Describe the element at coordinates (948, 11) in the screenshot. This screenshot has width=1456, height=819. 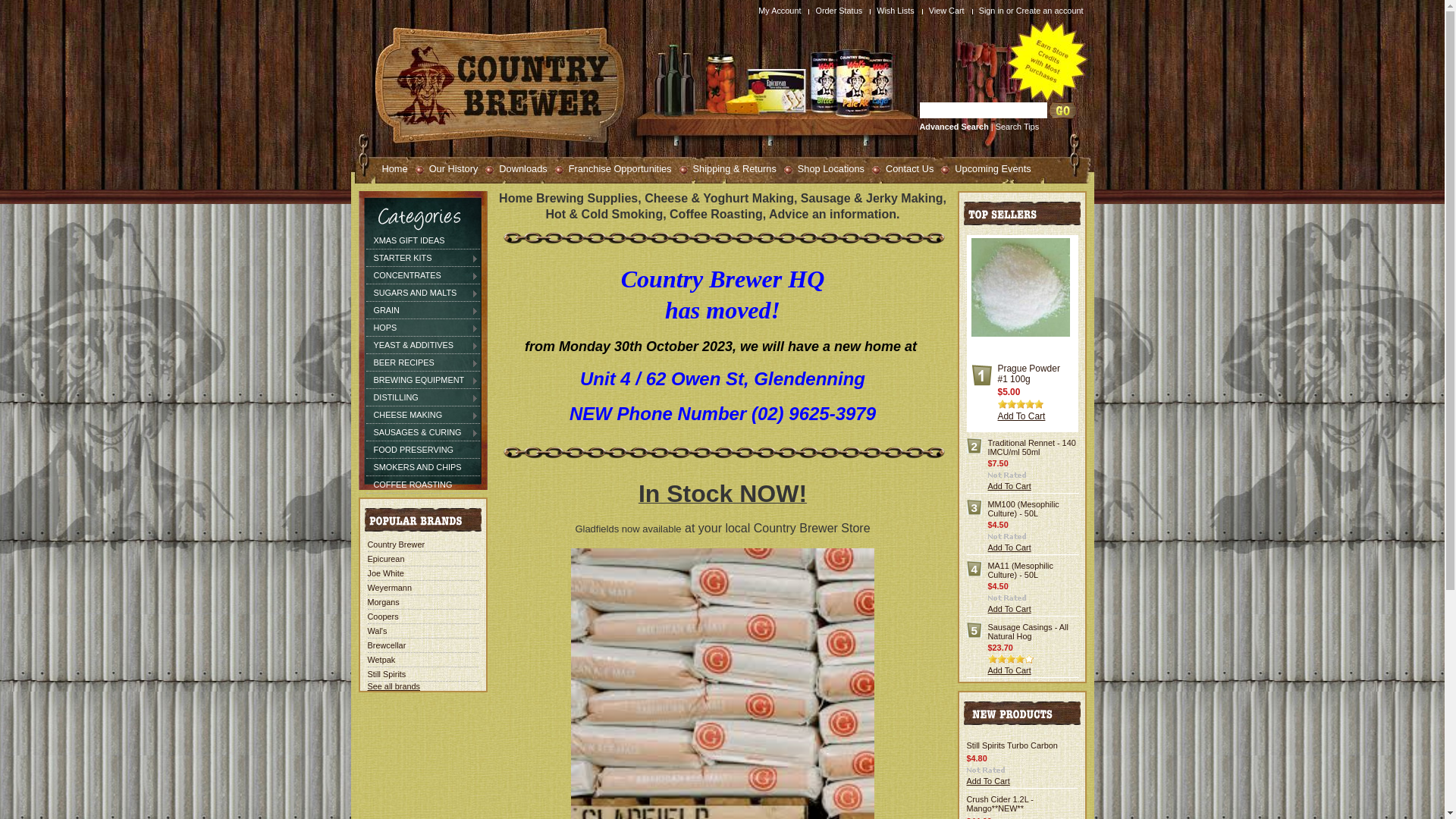
I see `'View Cart'` at that location.